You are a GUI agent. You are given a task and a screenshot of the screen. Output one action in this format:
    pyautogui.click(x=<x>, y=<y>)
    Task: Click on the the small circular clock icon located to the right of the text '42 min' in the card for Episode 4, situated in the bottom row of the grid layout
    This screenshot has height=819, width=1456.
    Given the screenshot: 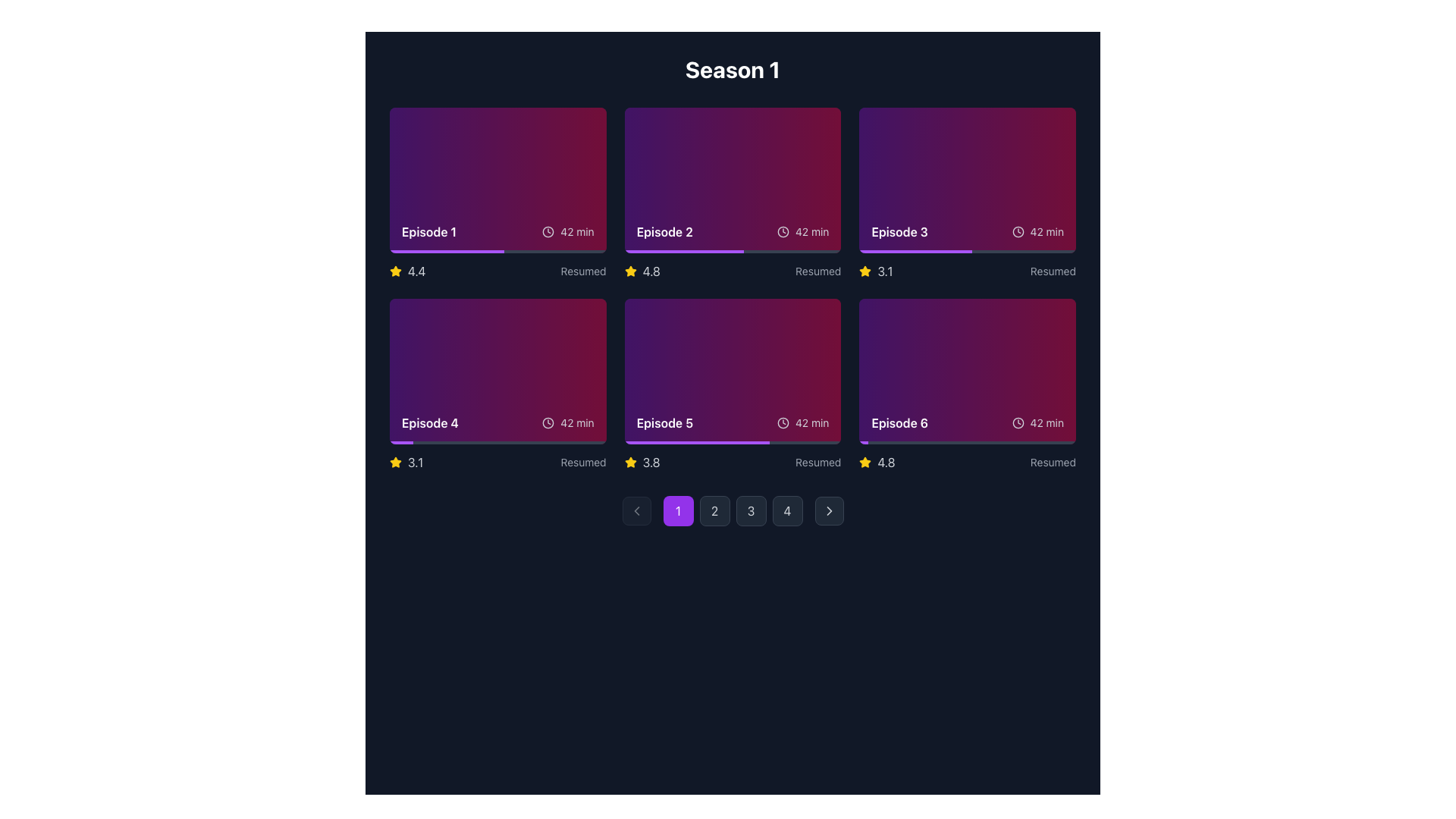 What is the action you would take?
    pyautogui.click(x=548, y=423)
    